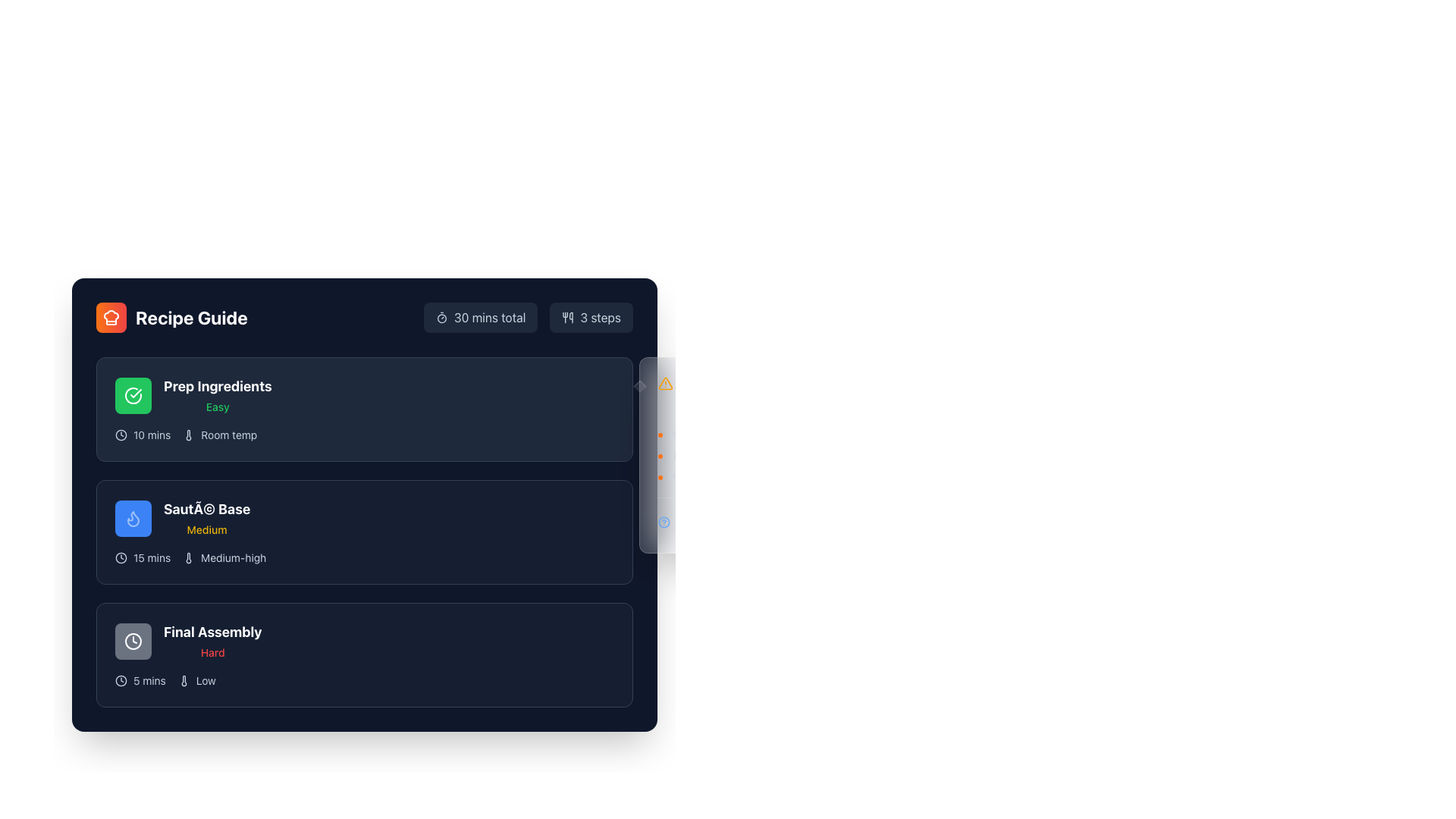  I want to click on the title text label that indicates the subject or task name, positioned above the text 'Hard' in a vertically aligned list of steps, so click(212, 632).